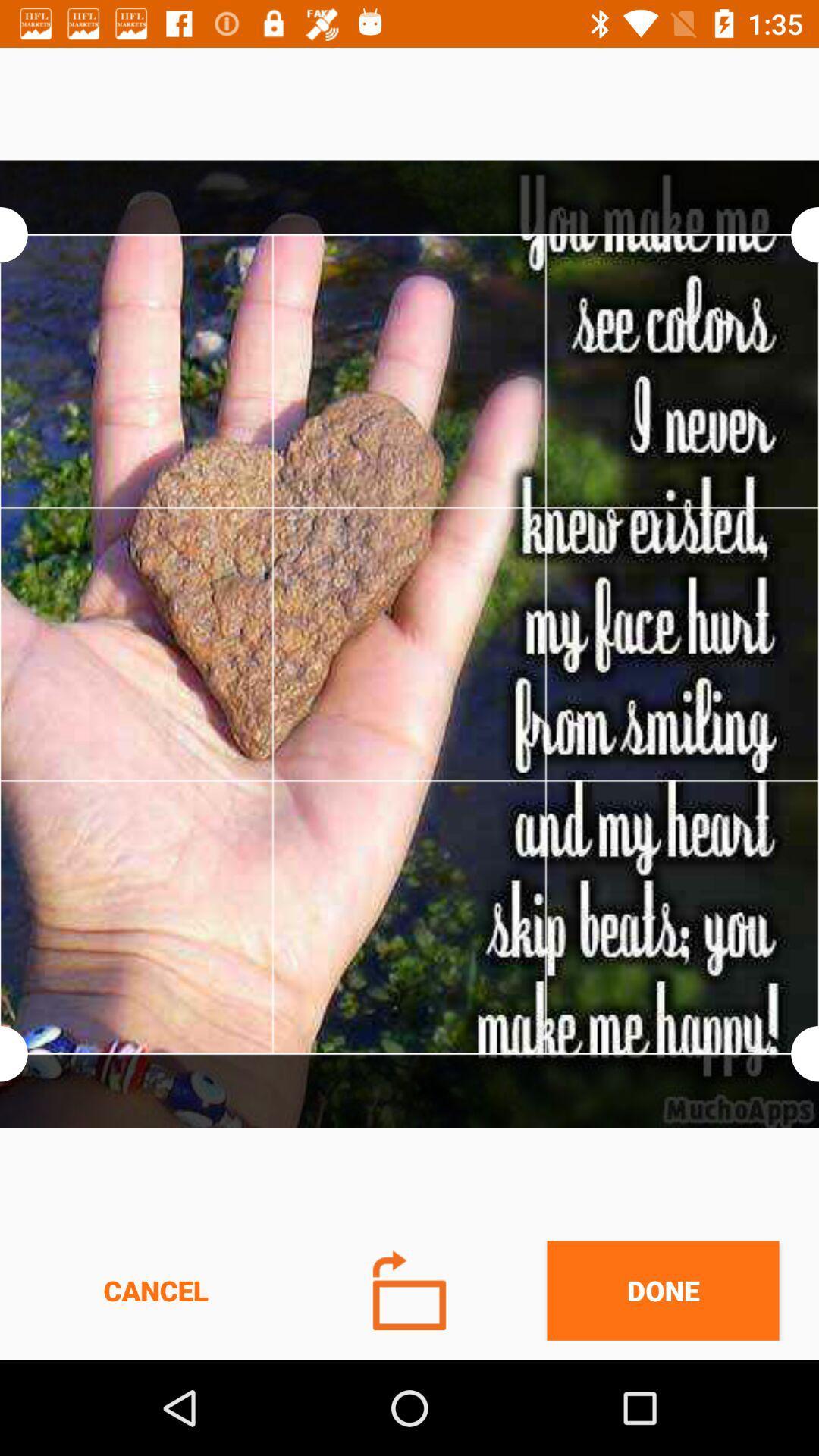  I want to click on cancel item, so click(155, 1290).